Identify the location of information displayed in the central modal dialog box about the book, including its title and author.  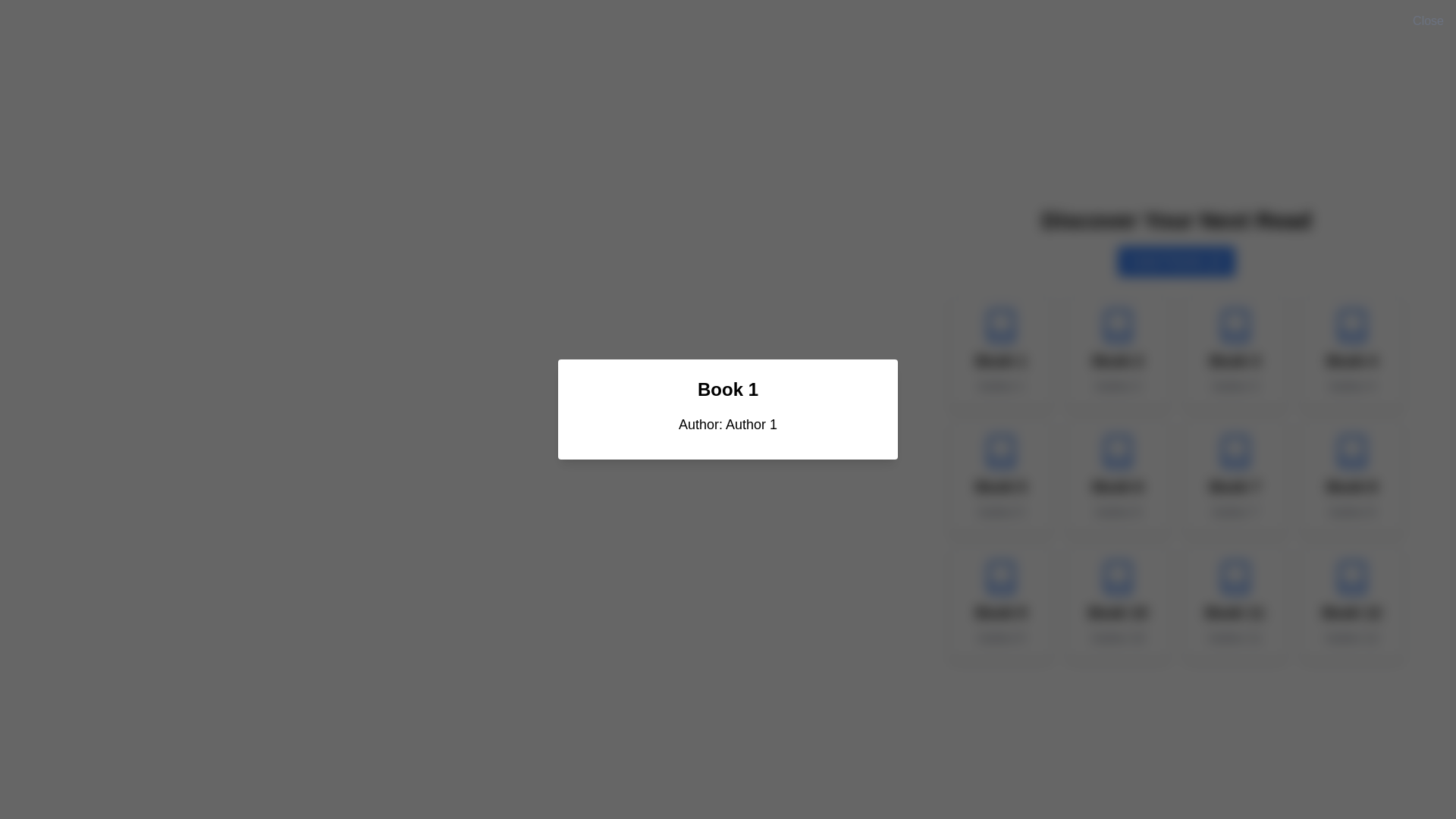
(728, 409).